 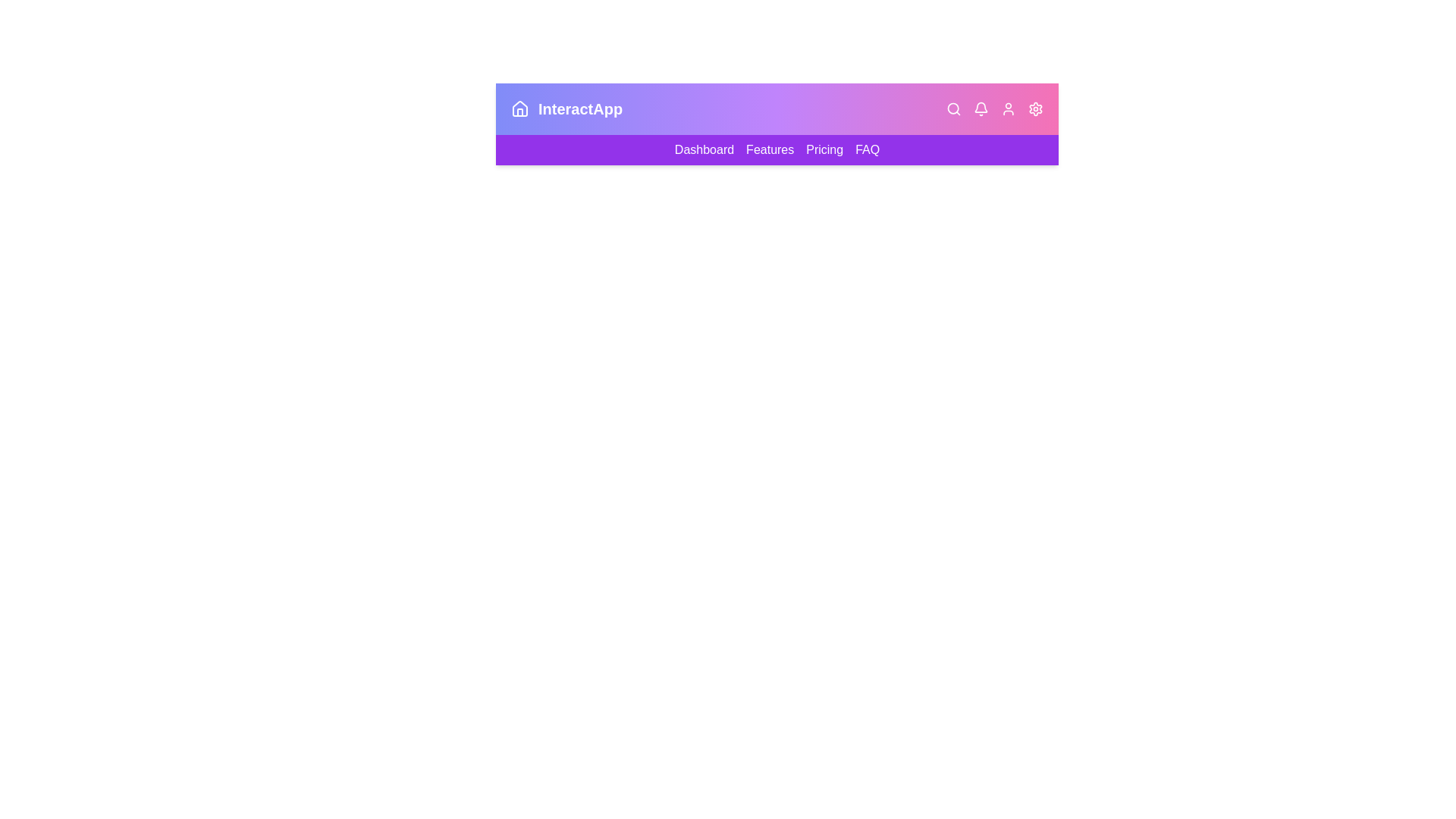 I want to click on the 'FAQ' link in the navigation bar, so click(x=867, y=149).